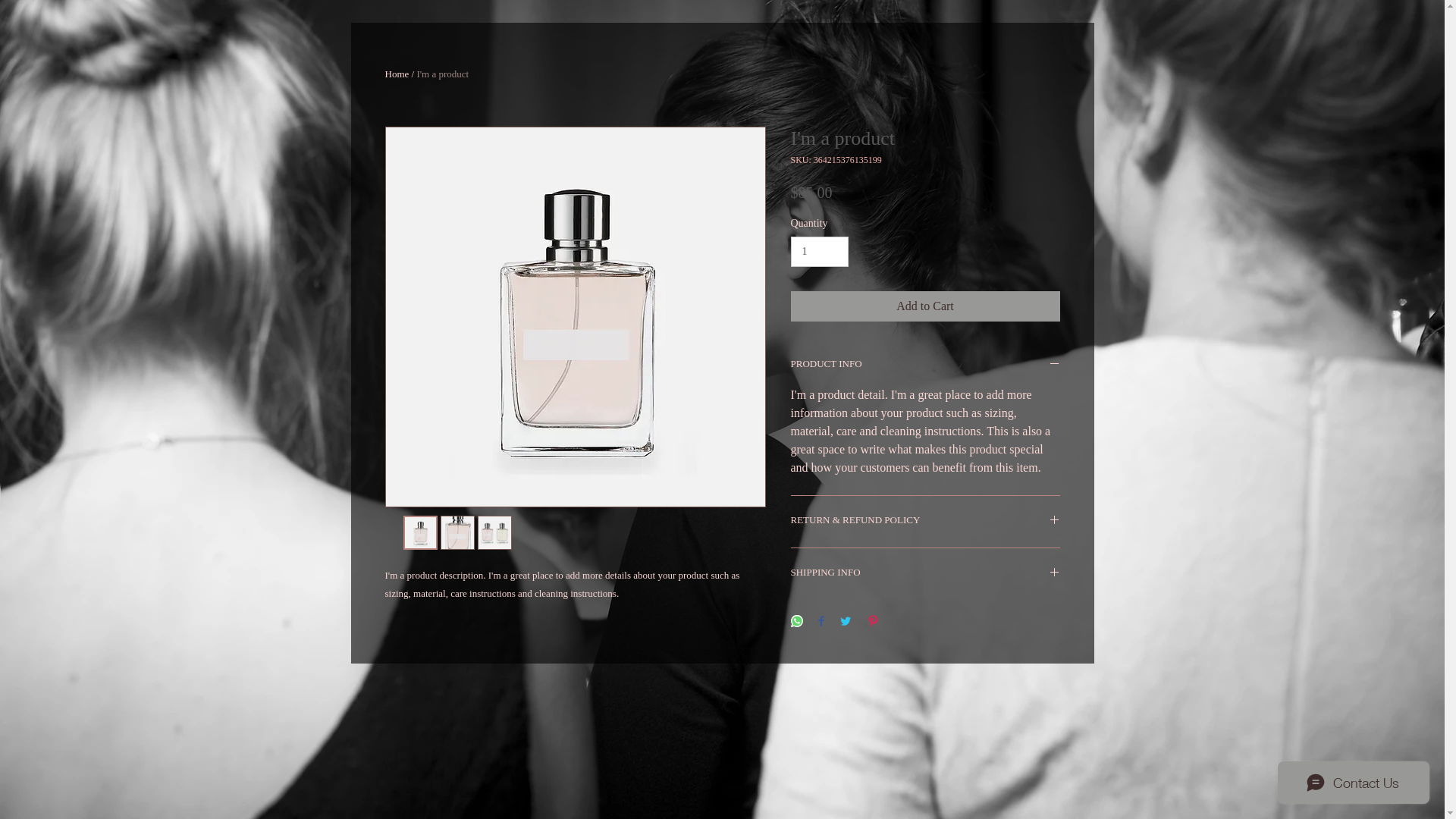  What do you see at coordinates (397, 74) in the screenshot?
I see `'Home'` at bounding box center [397, 74].